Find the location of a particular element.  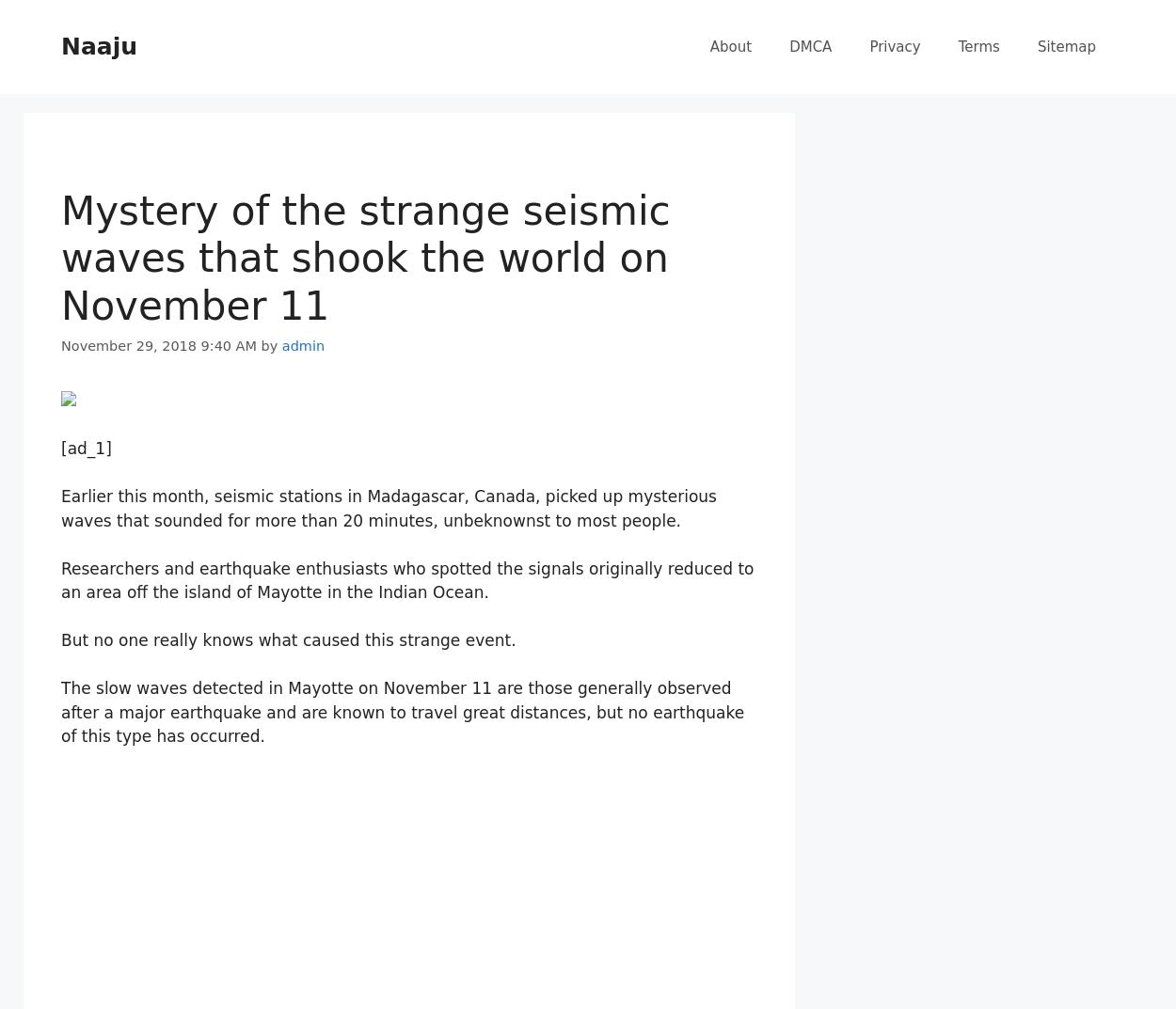

'Mystery of the strange seismic waves that shook the world on November 11' is located at coordinates (60, 257).